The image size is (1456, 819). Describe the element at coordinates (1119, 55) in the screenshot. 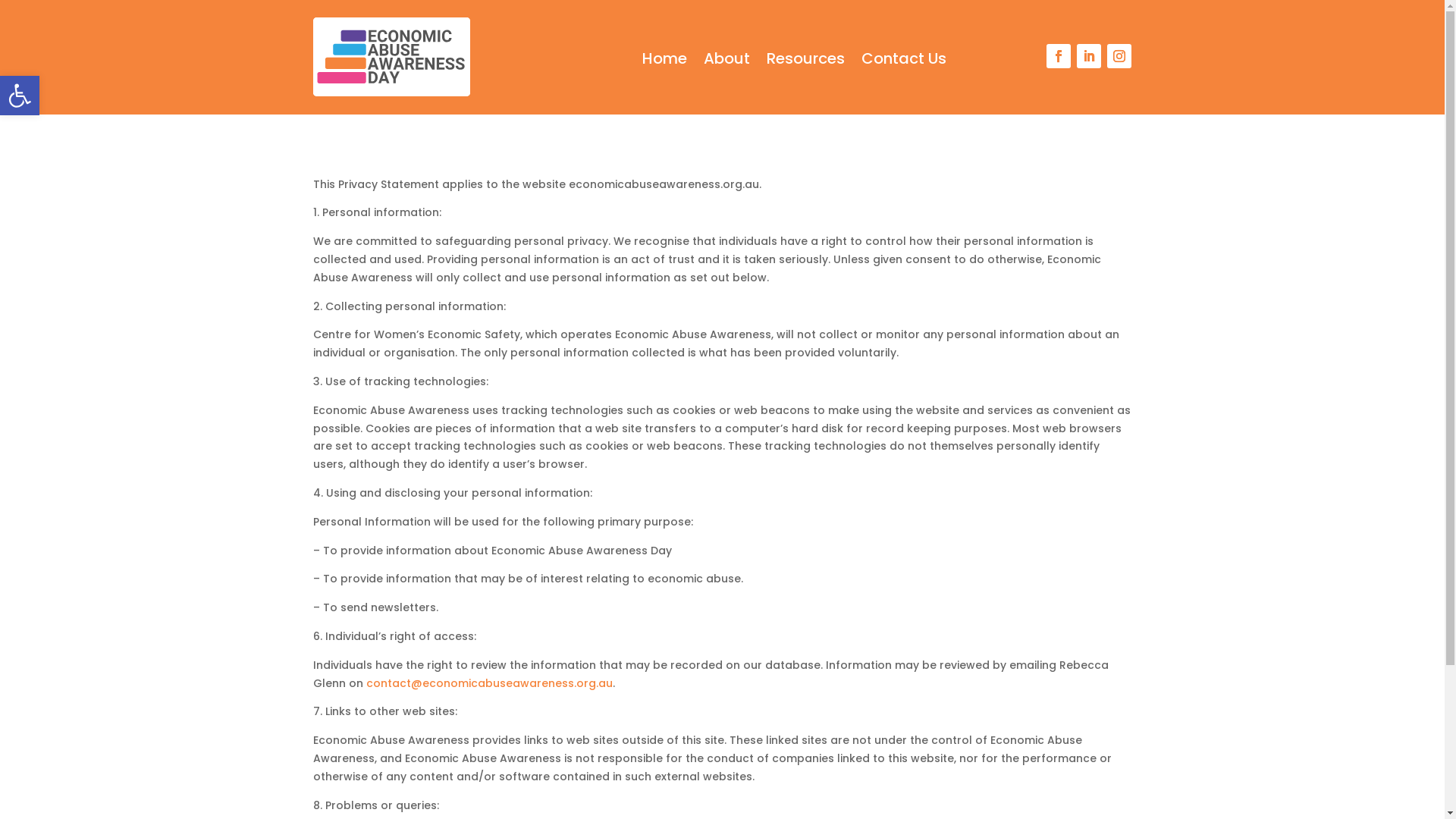

I see `'Follow on Instagram'` at that location.